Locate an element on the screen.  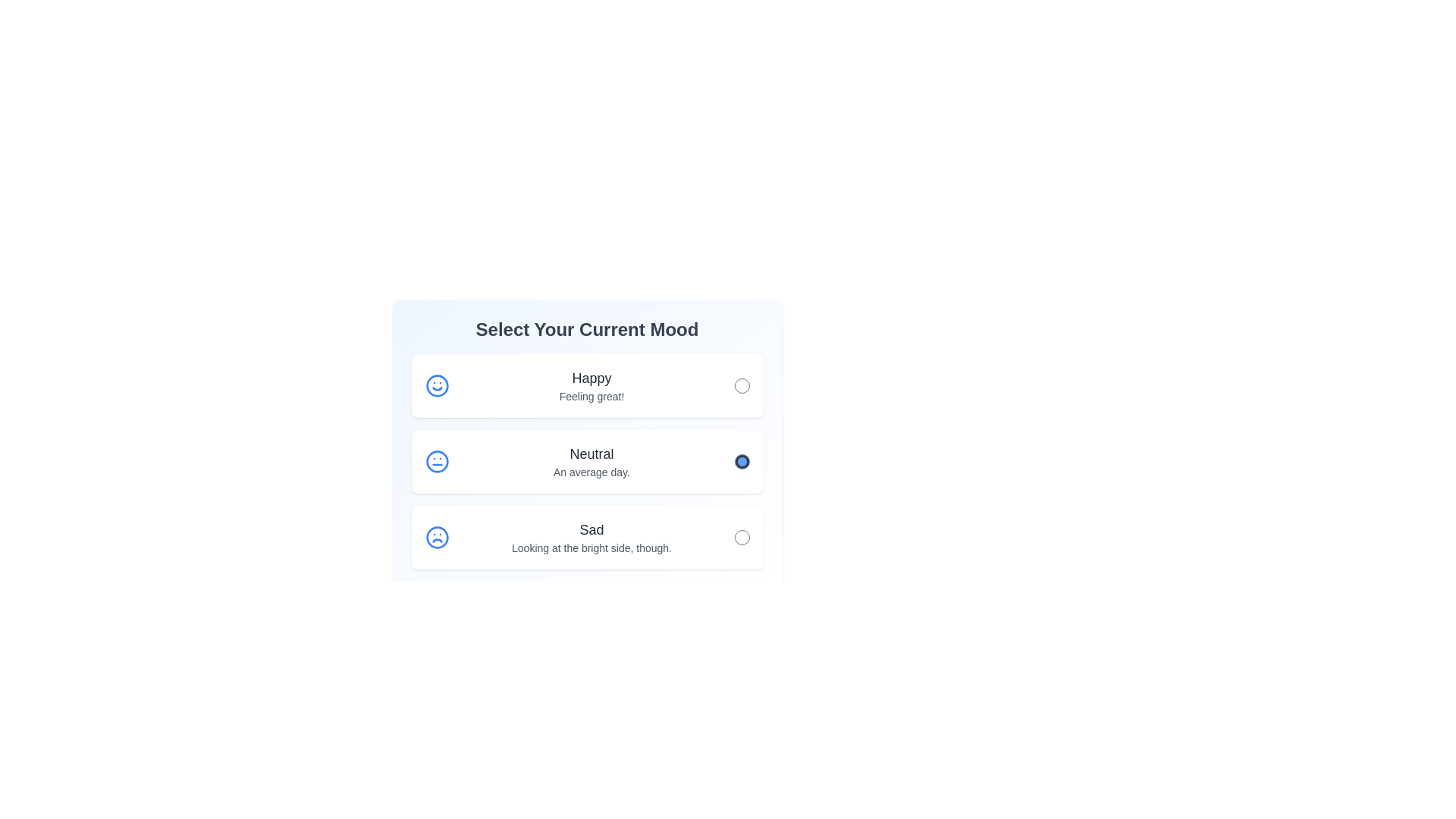
the 'Neutral' mood selection radio button in the mood selection list is located at coordinates (586, 461).